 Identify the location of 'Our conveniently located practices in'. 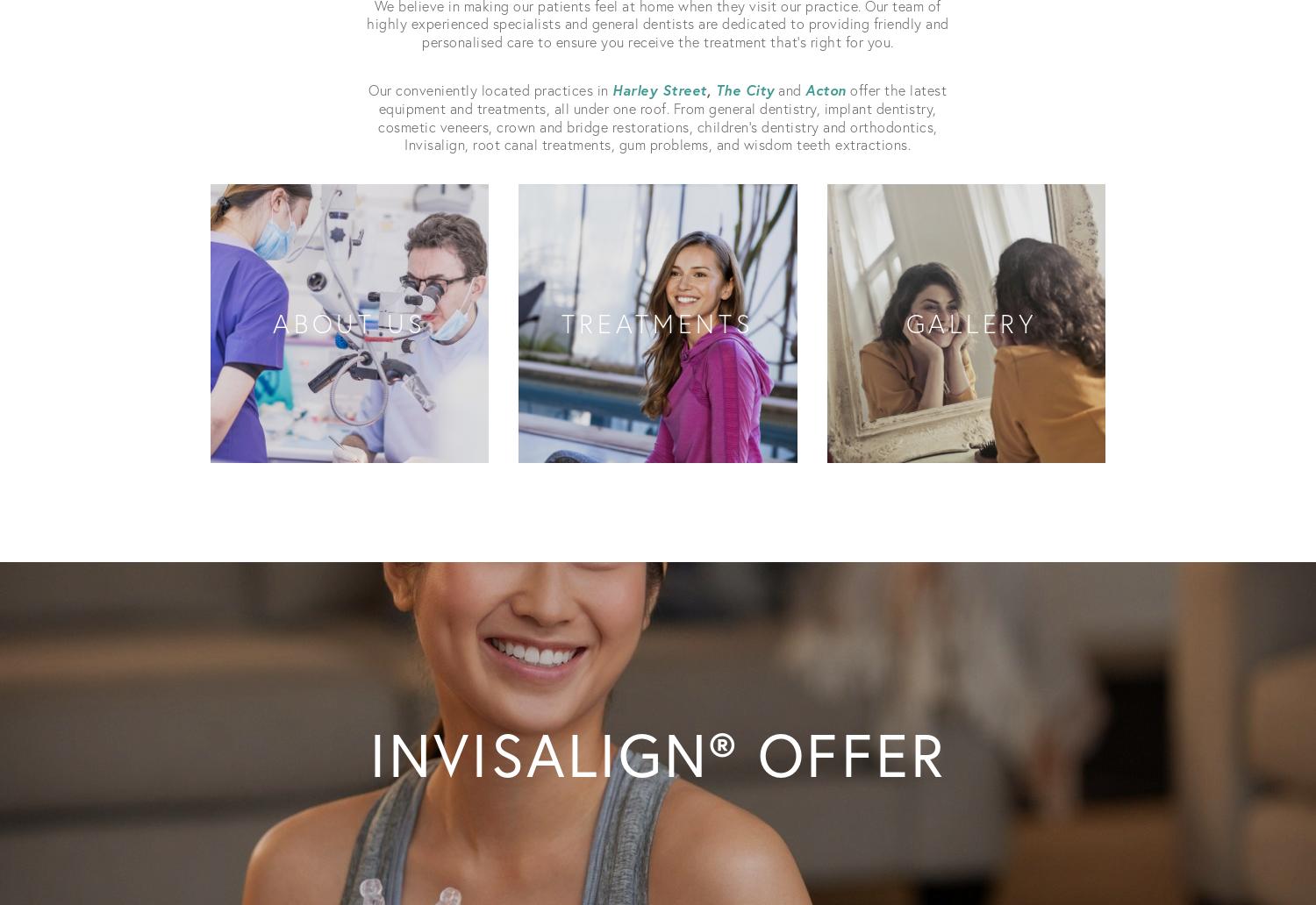
(490, 89).